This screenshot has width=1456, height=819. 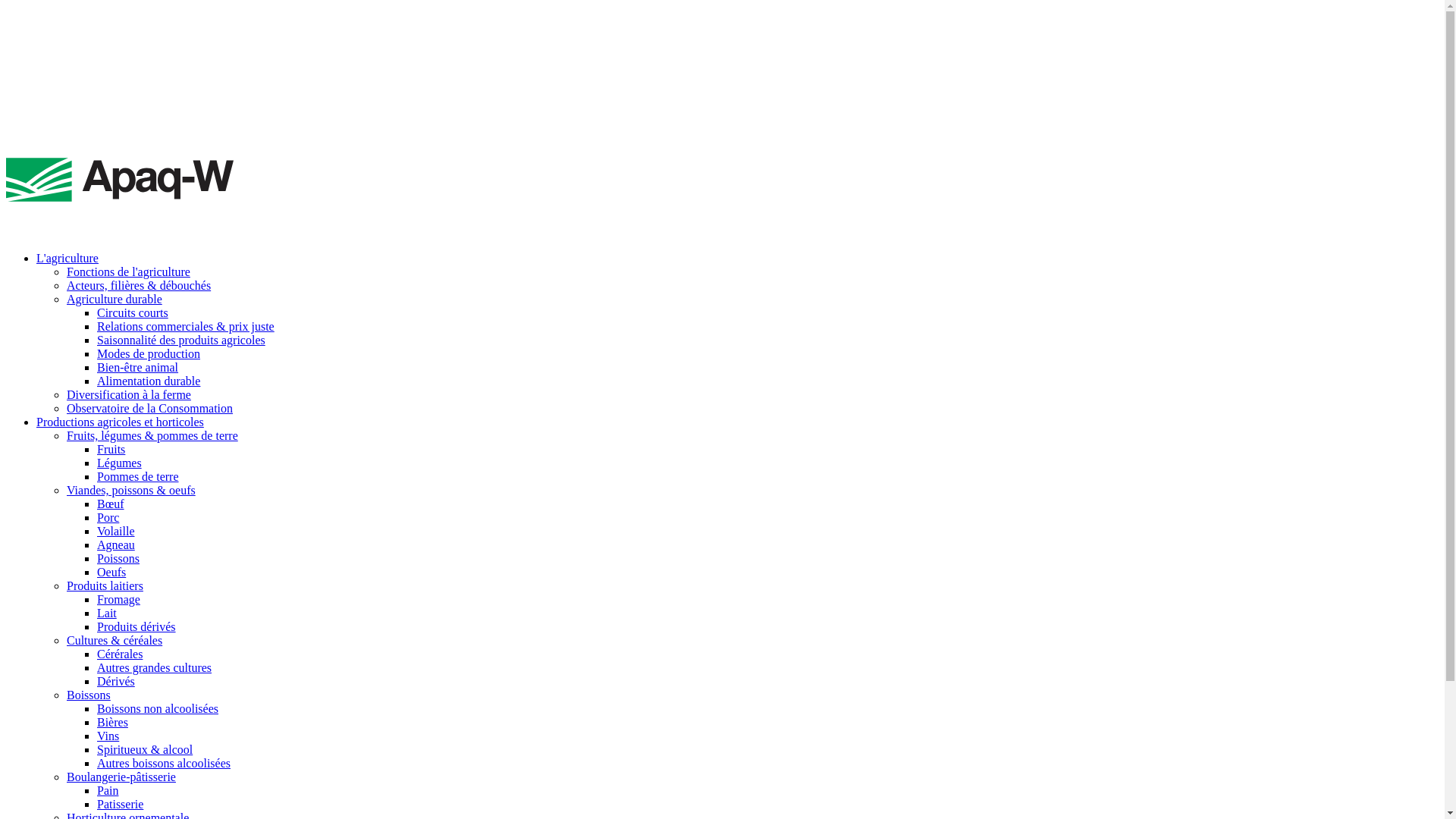 What do you see at coordinates (149, 353) in the screenshot?
I see `'Modes de production'` at bounding box center [149, 353].